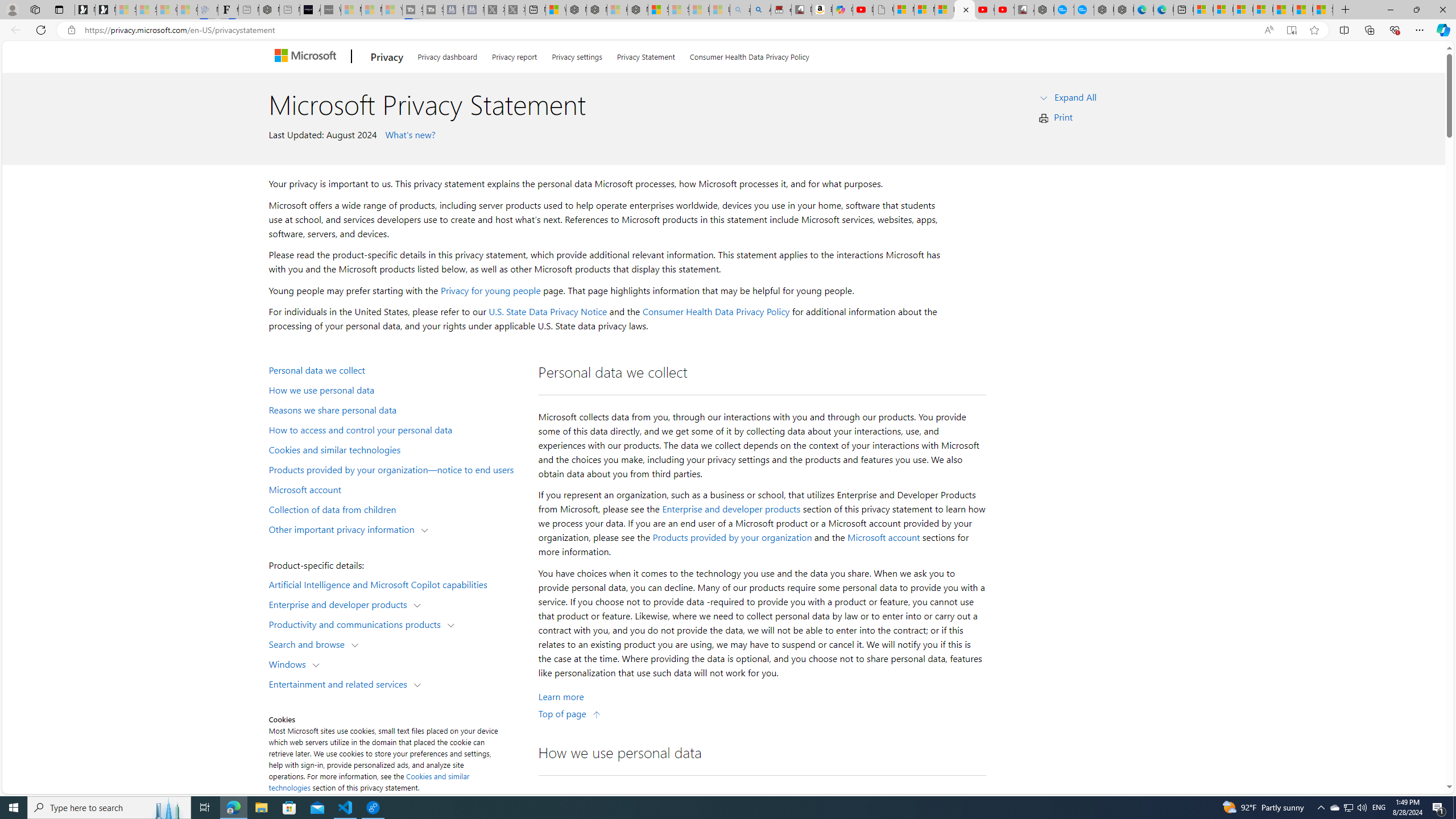 The width and height of the screenshot is (1456, 819). I want to click on 'How we use personal data', so click(396, 390).